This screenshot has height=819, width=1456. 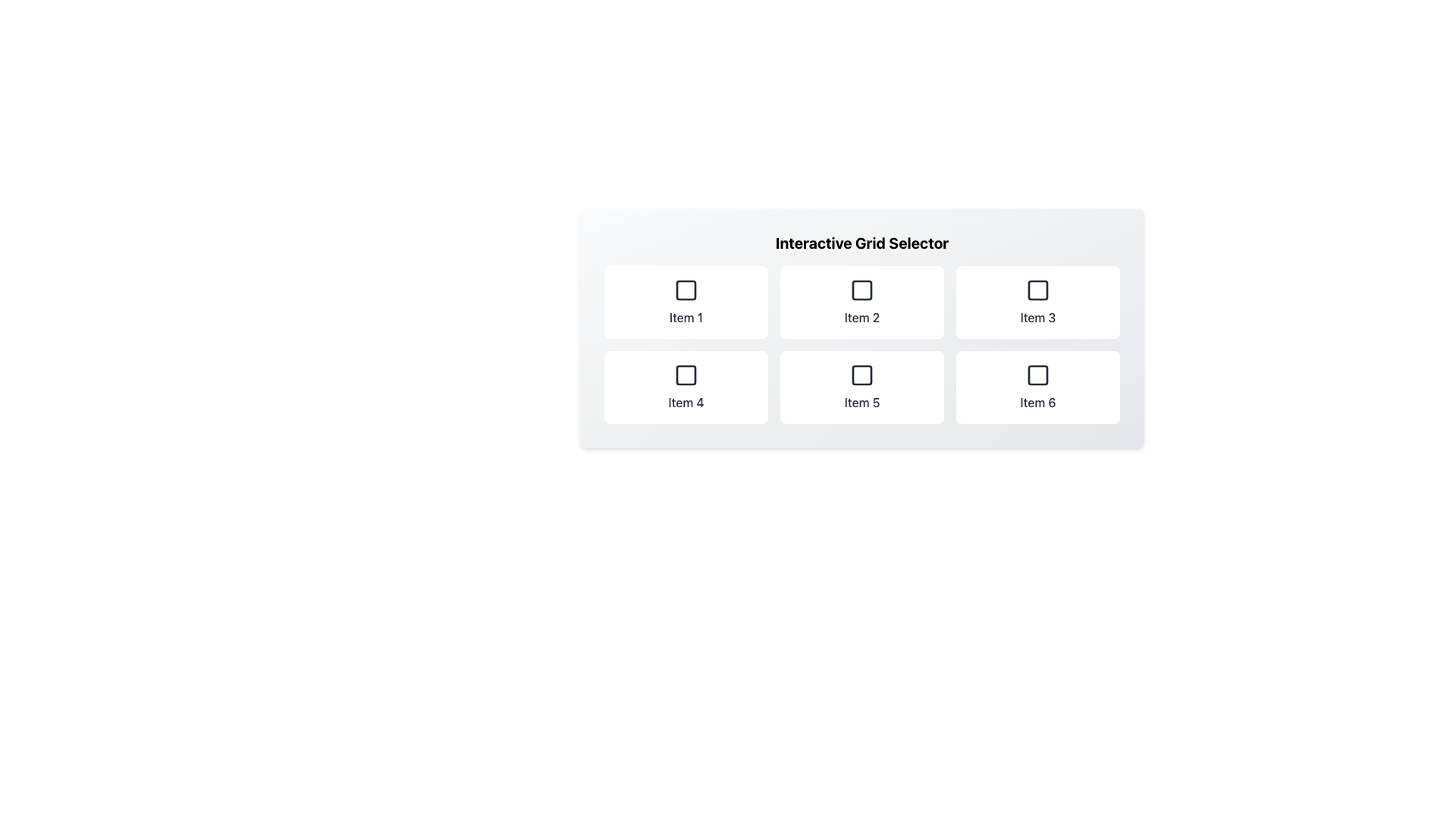 What do you see at coordinates (862, 290) in the screenshot?
I see `the small geometric shape with rounded edges, filled with solid color, located within the 'Item 2' of the 'Interactive Grid Selector' in the top row, middle column` at bounding box center [862, 290].